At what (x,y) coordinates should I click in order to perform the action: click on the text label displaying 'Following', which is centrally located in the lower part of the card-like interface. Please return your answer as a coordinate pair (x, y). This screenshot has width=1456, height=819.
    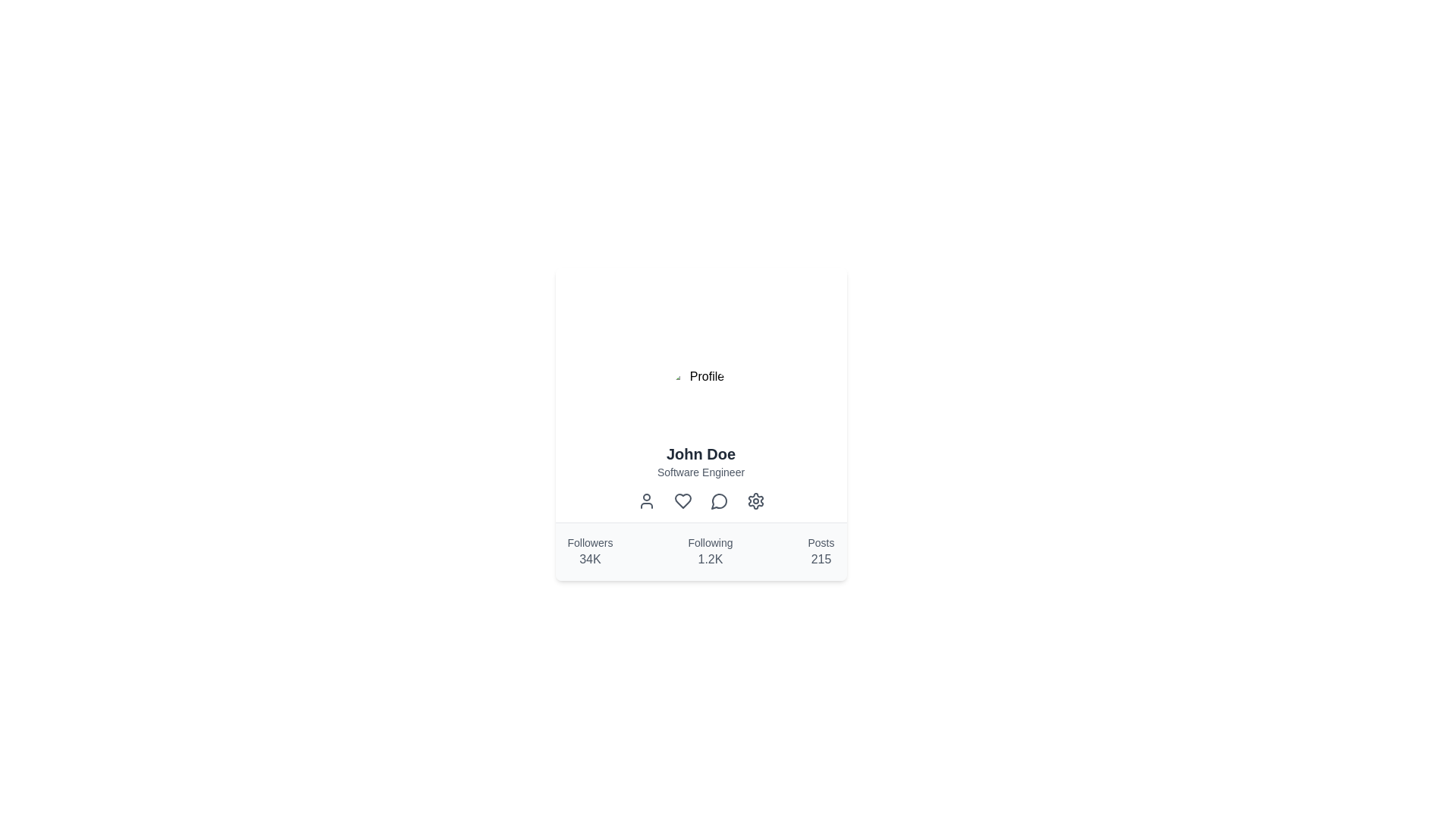
    Looking at the image, I should click on (709, 542).